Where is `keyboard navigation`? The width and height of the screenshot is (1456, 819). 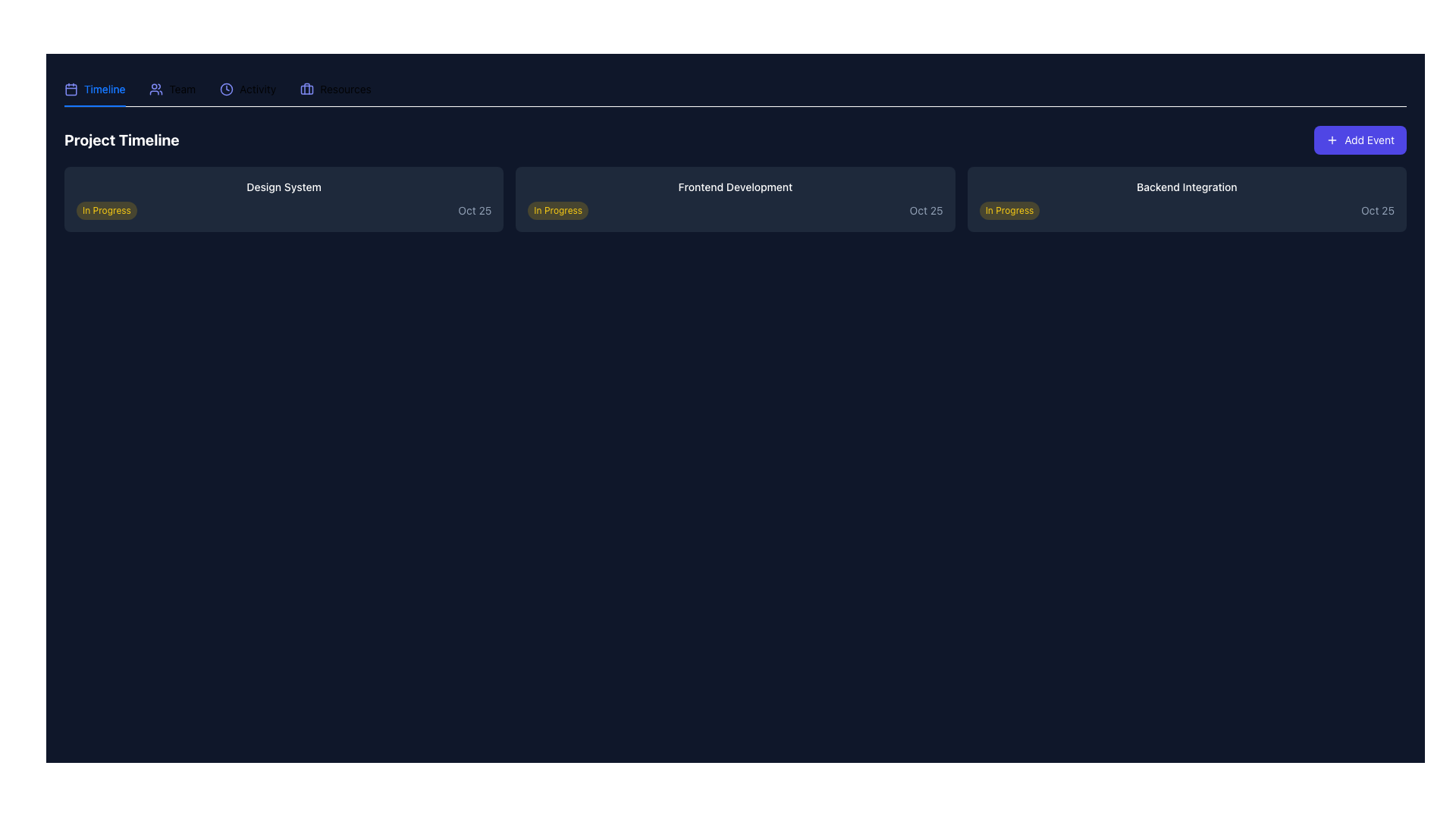 keyboard navigation is located at coordinates (217, 89).